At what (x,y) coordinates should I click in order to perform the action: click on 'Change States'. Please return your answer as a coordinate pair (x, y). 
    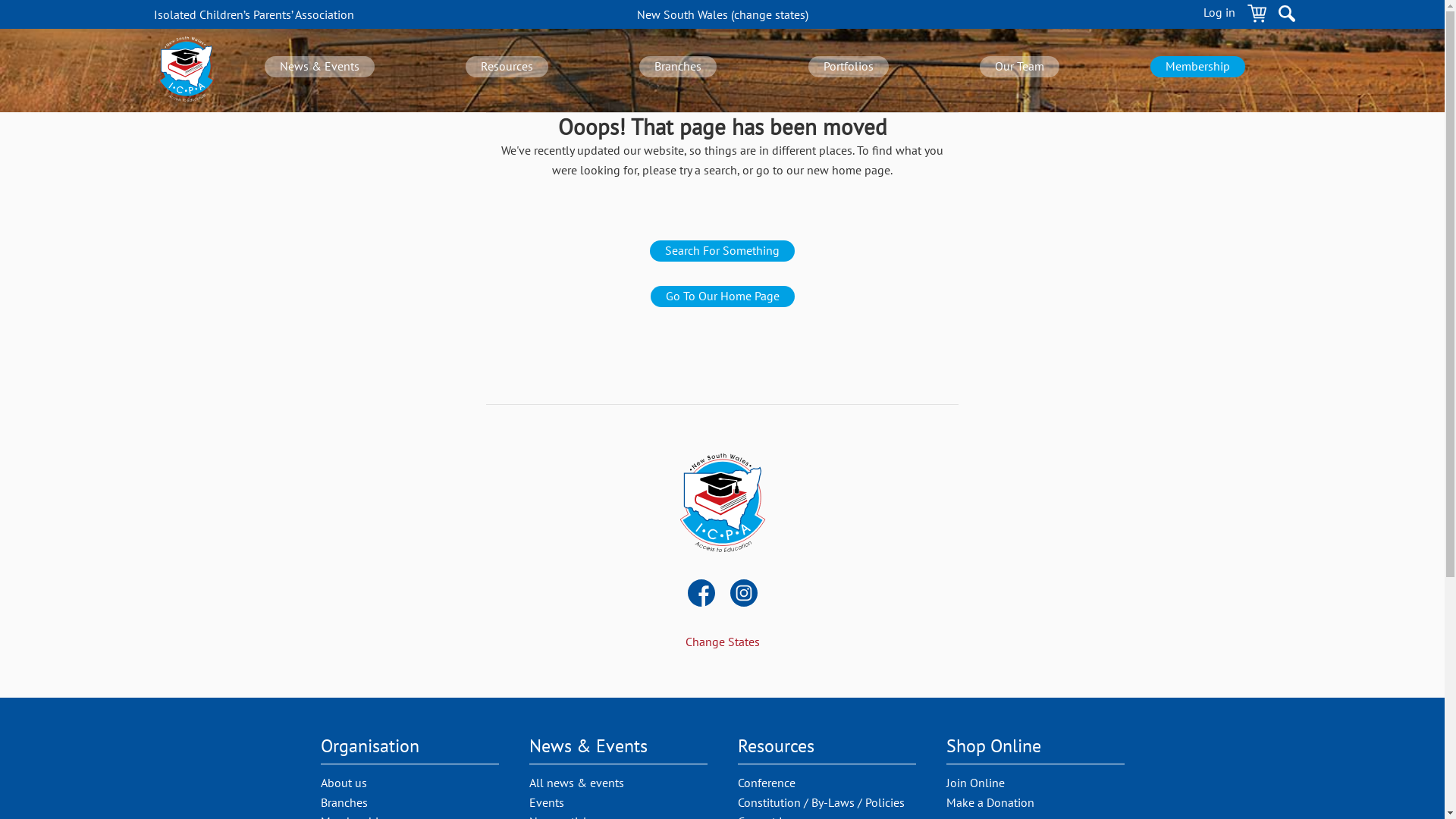
    Looking at the image, I should click on (722, 641).